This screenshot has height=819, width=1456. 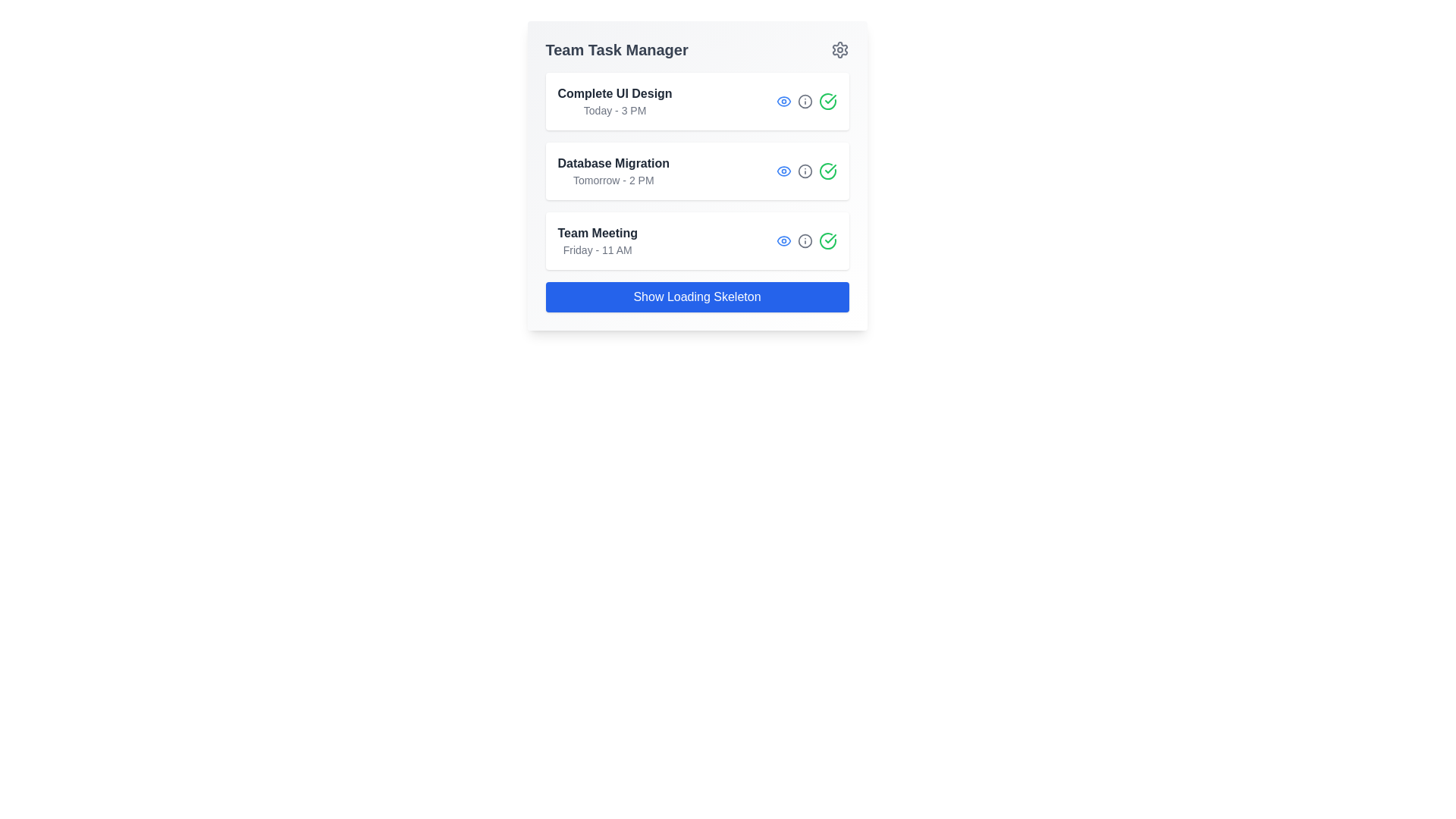 What do you see at coordinates (615, 110) in the screenshot?
I see `scheduled date and time displayed in the text label located below the main task title of the 'Complete UI Design' task item, which is centrally aligned` at bounding box center [615, 110].